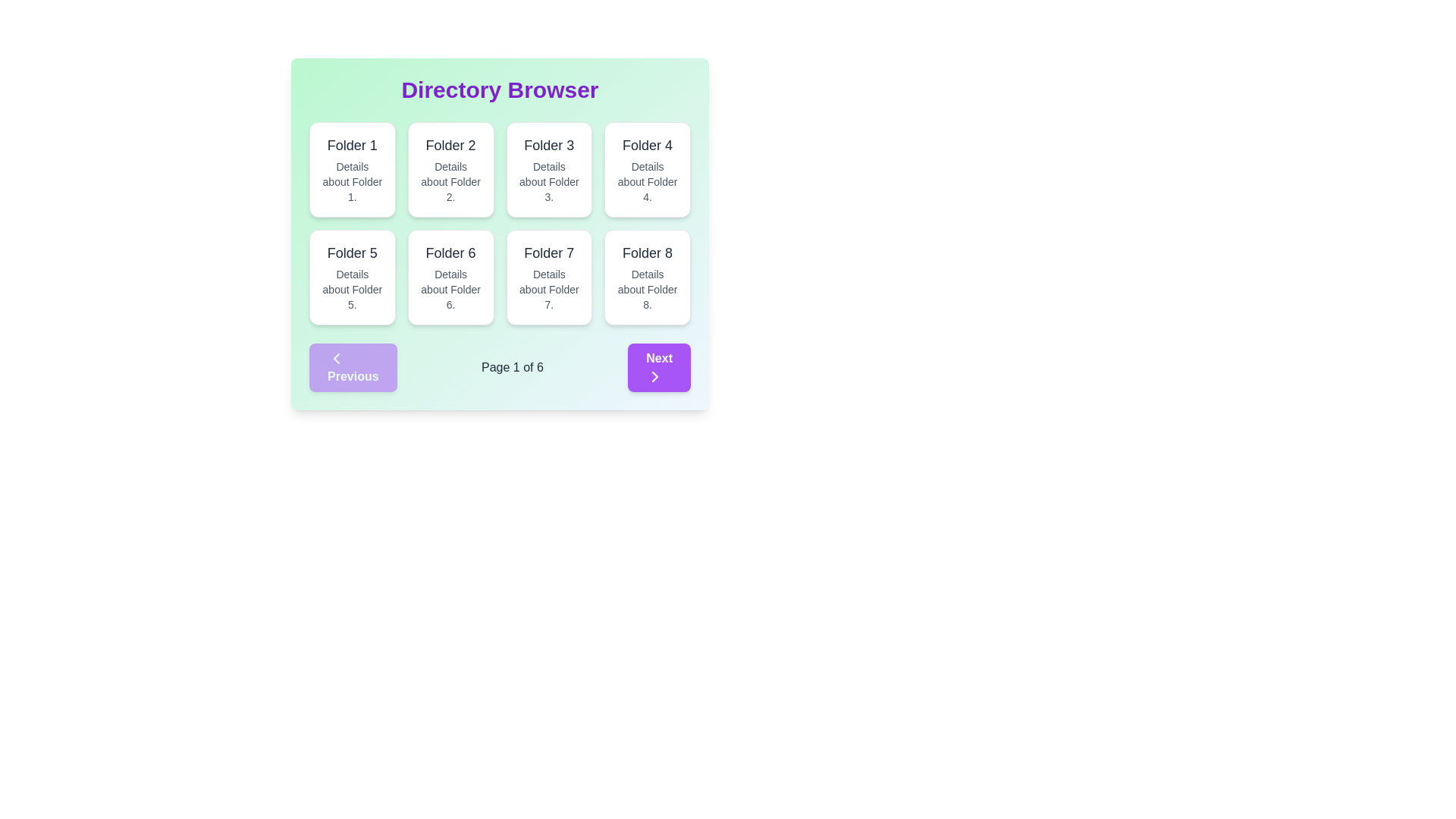 The height and width of the screenshot is (819, 1456). Describe the element at coordinates (648, 169) in the screenshot. I see `the Informational Card labeled 'Folder 4' located in the top-right corner of the grid, which displays details about Folder 4` at that location.